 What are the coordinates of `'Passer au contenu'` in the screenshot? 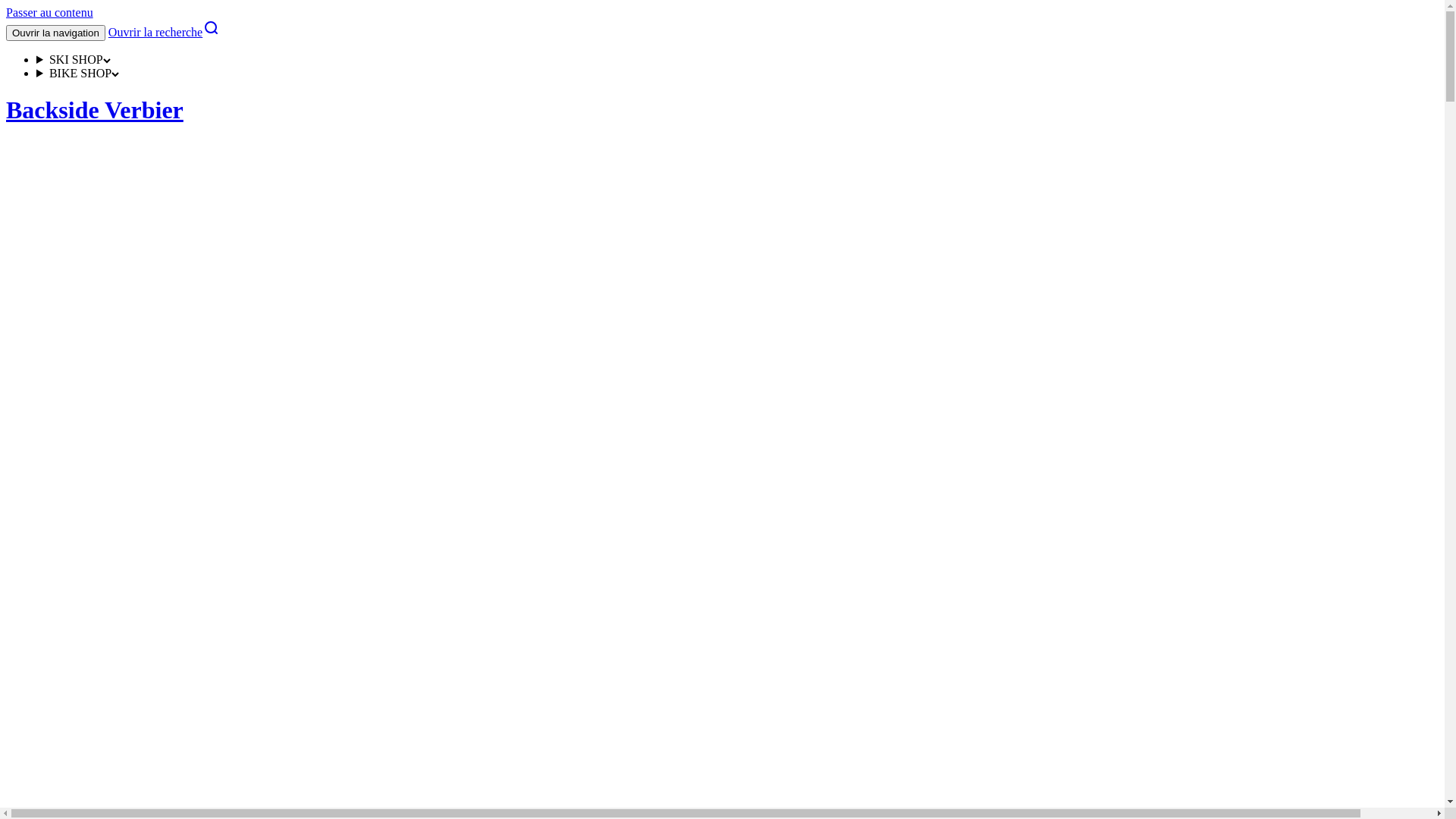 It's located at (49, 12).